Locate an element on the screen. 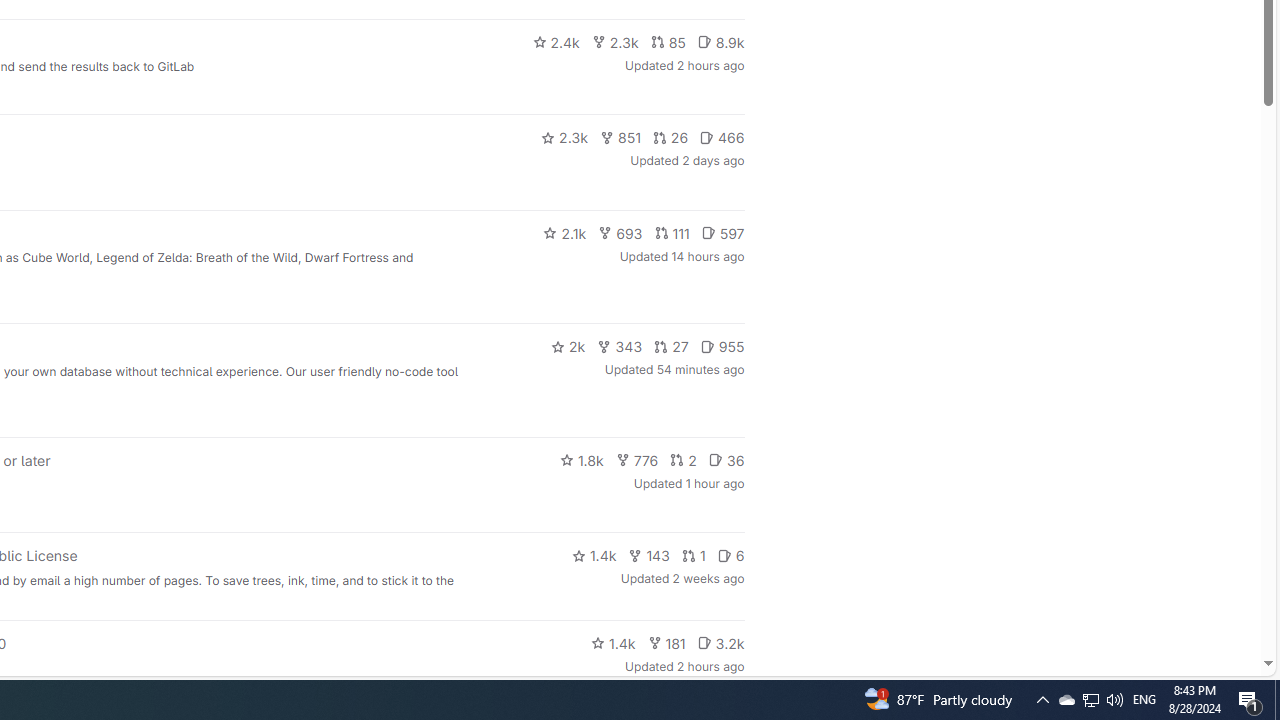  '955' is located at coordinates (721, 346).